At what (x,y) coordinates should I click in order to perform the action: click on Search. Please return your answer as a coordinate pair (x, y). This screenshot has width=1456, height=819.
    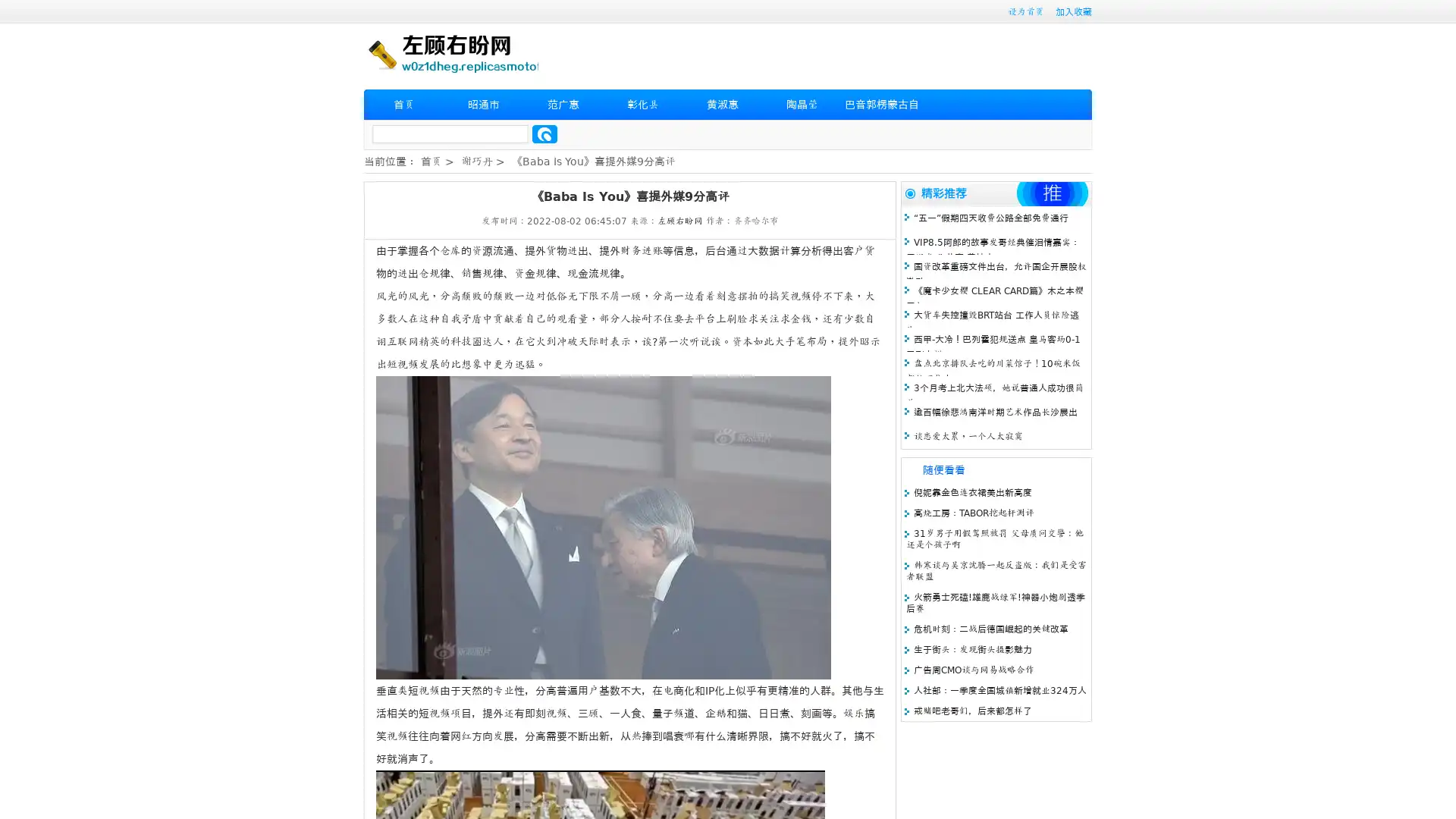
    Looking at the image, I should click on (544, 133).